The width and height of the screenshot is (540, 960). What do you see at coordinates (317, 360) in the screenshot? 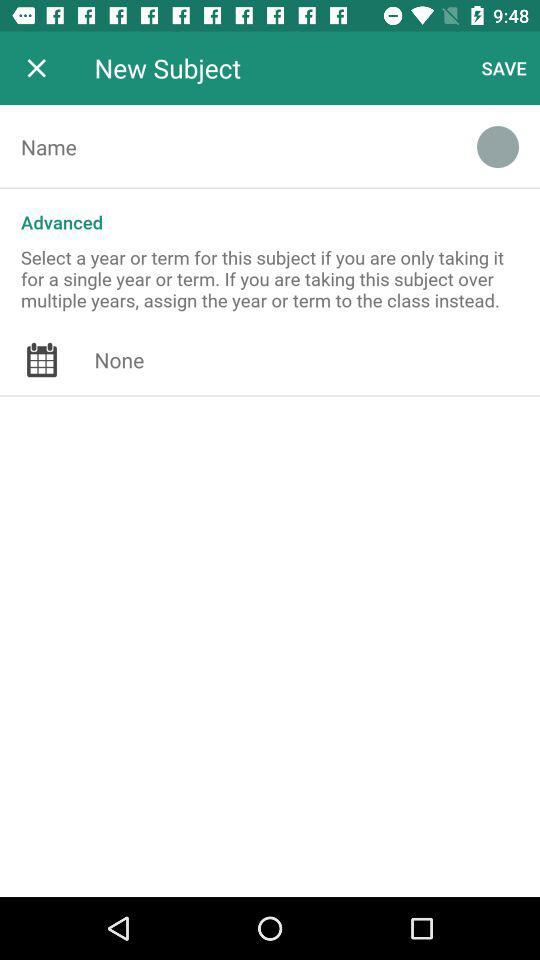
I see `the icon below select a year item` at bounding box center [317, 360].